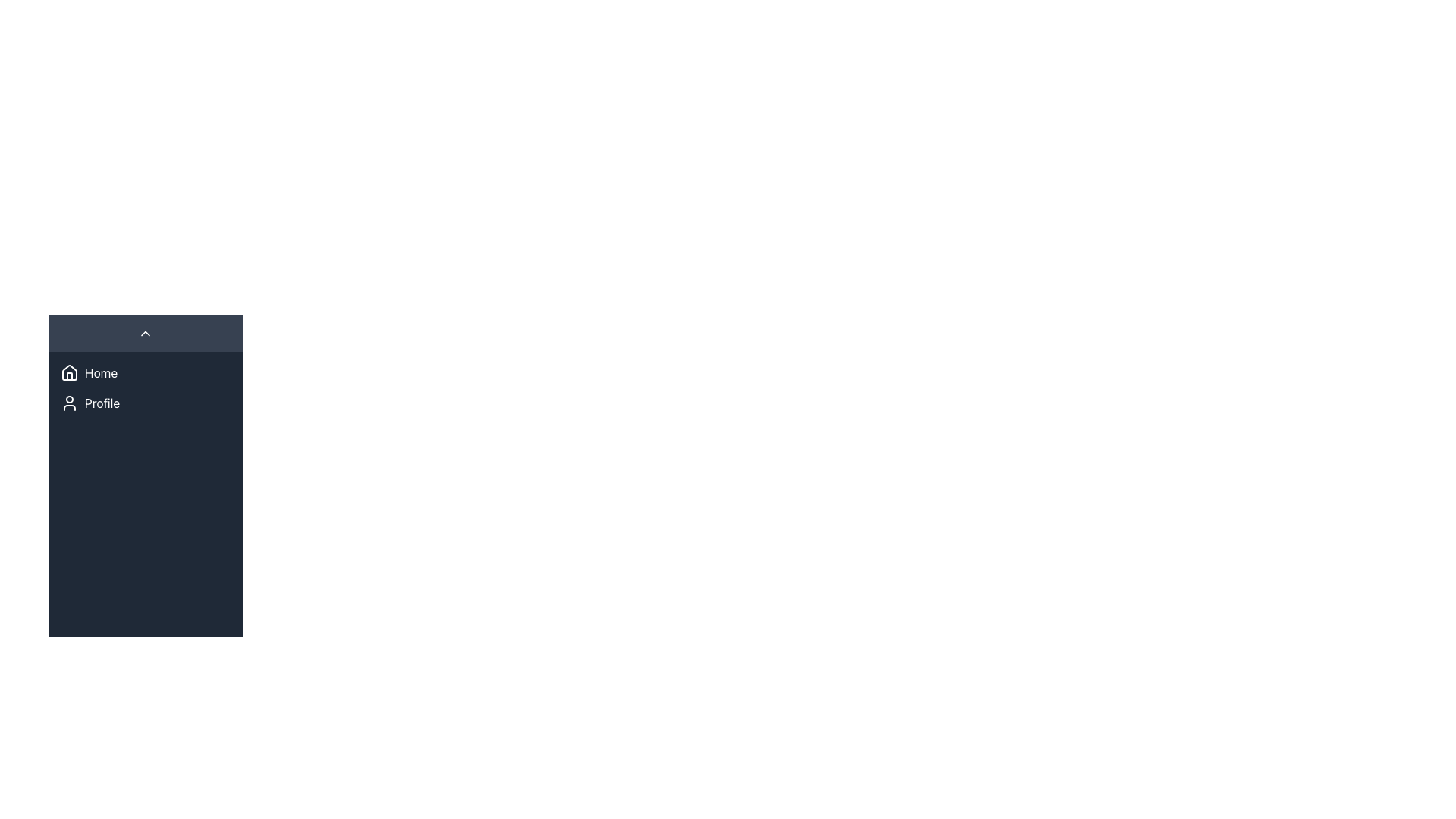  Describe the element at coordinates (102, 403) in the screenshot. I see `the 'Profile' text label in the vertical navigation menu` at that location.